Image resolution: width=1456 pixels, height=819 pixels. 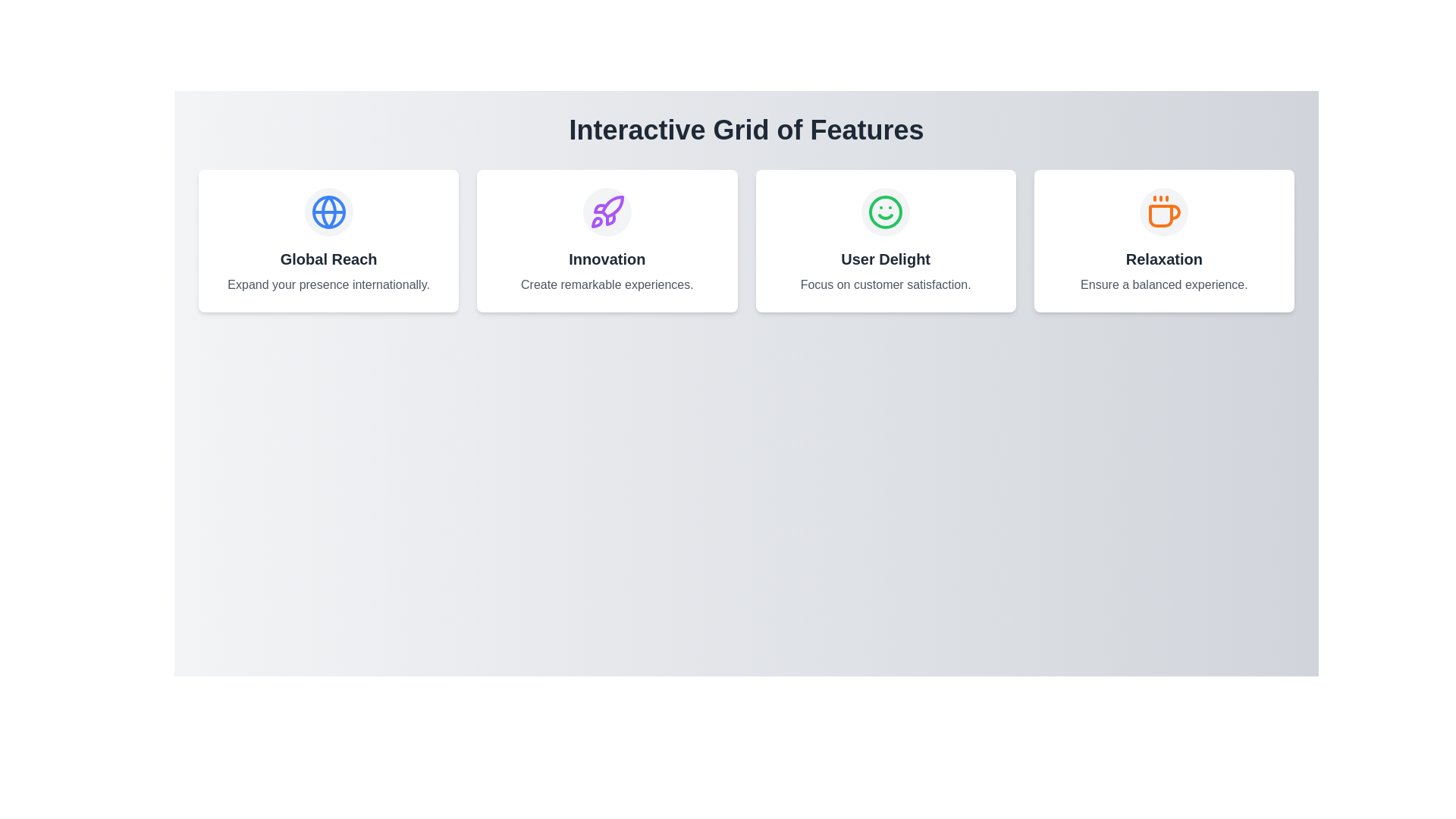 What do you see at coordinates (328, 240) in the screenshot?
I see `the Information card located in the top-left corner of the grid` at bounding box center [328, 240].